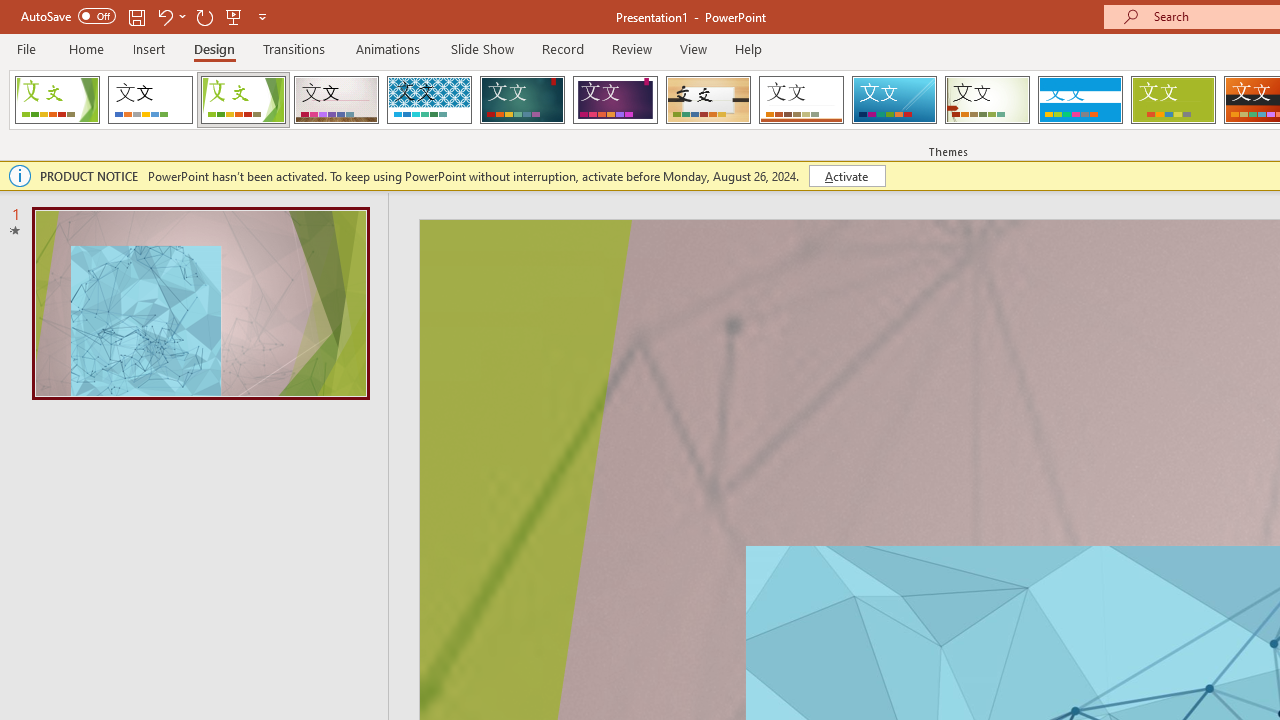  I want to click on 'FadeVTI', so click(57, 100).